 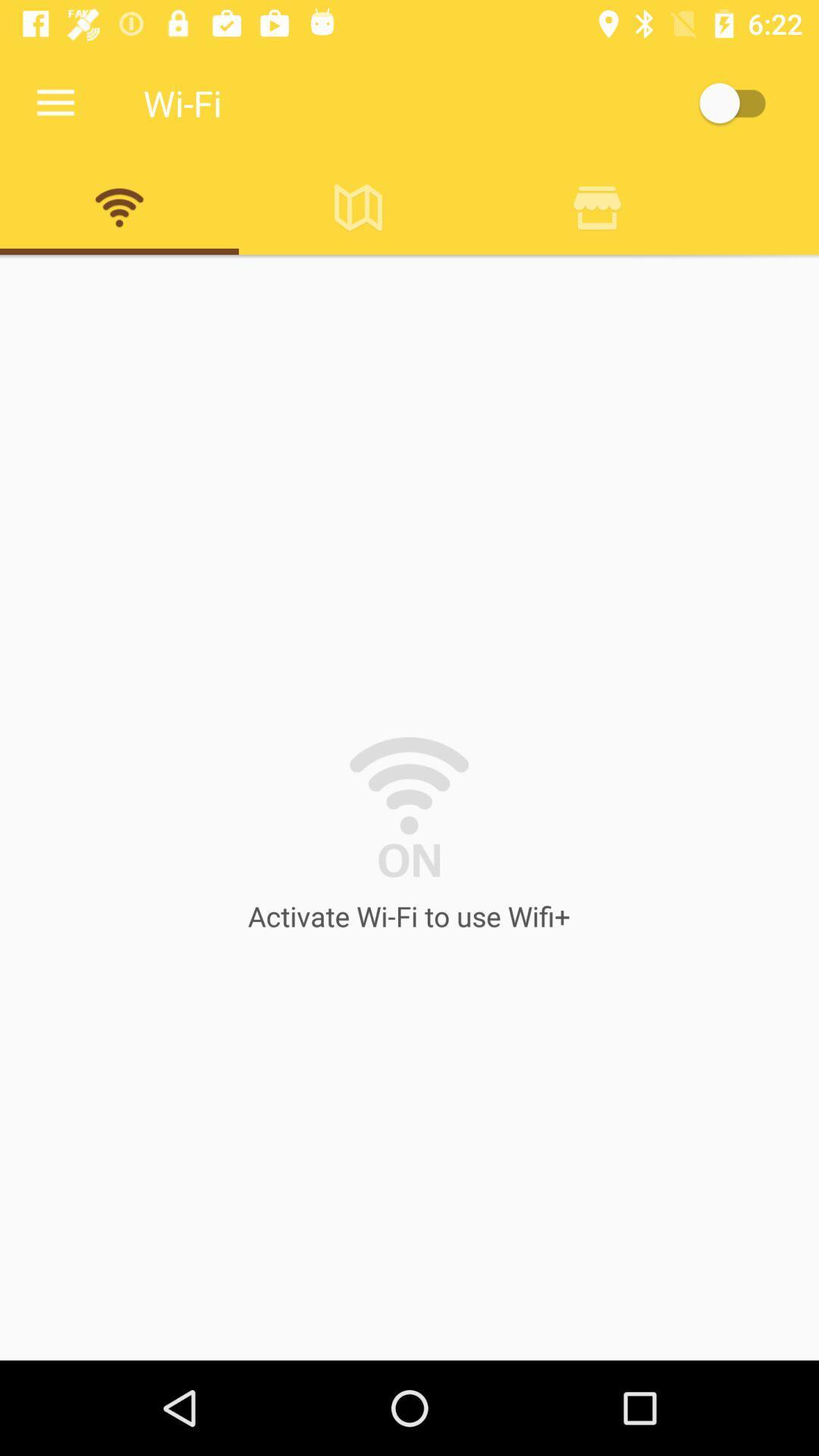 I want to click on review location 's signal, so click(x=596, y=206).